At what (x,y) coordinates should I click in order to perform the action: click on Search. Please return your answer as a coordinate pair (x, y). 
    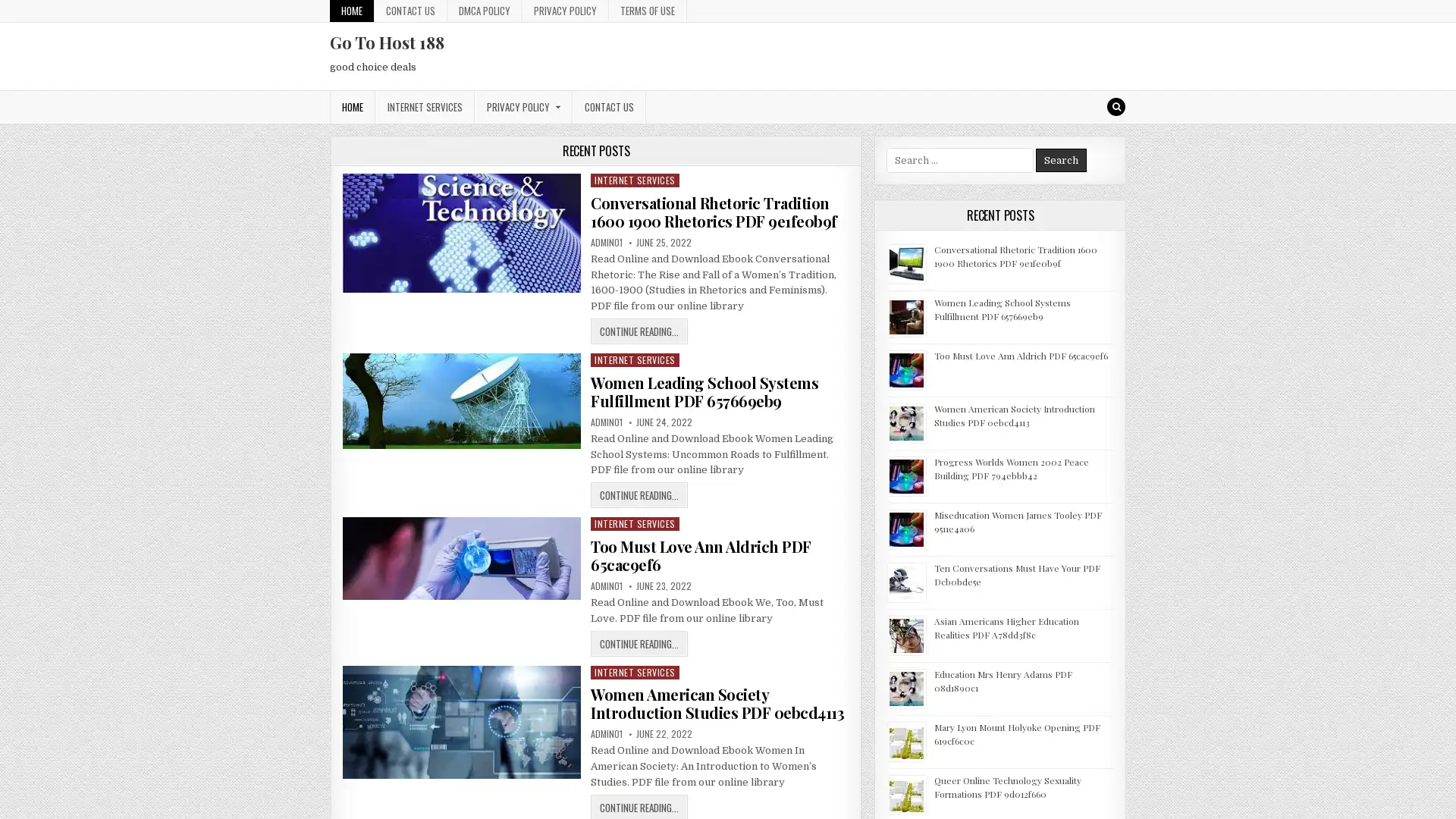
    Looking at the image, I should click on (1060, 160).